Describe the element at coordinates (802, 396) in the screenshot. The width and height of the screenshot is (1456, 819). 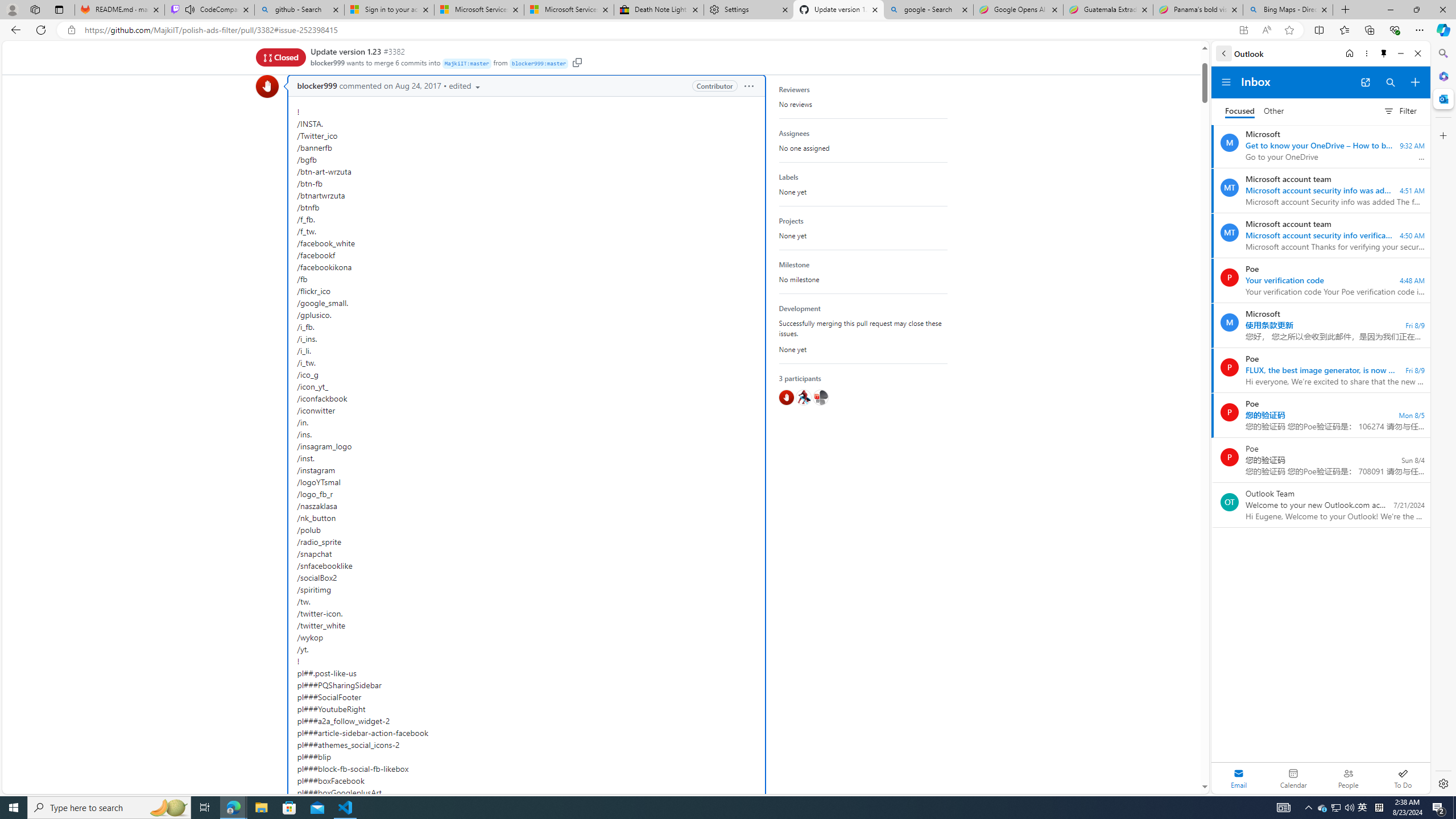
I see `'@hawkeye116477'` at that location.